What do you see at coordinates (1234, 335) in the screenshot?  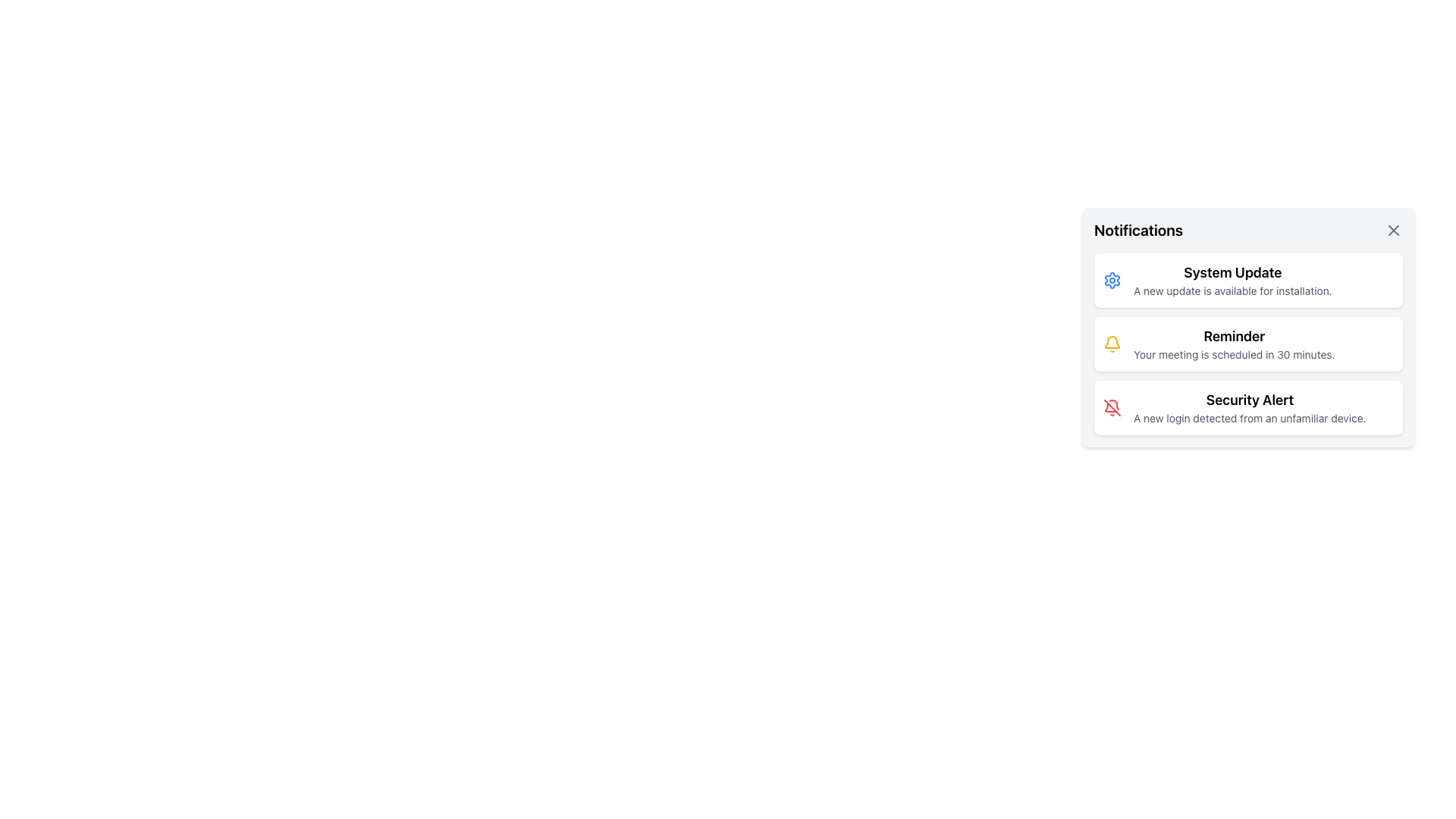 I see `text content of the Text Label that indicates the type of notification below it, located near the top of the 'Notifications' box` at bounding box center [1234, 335].